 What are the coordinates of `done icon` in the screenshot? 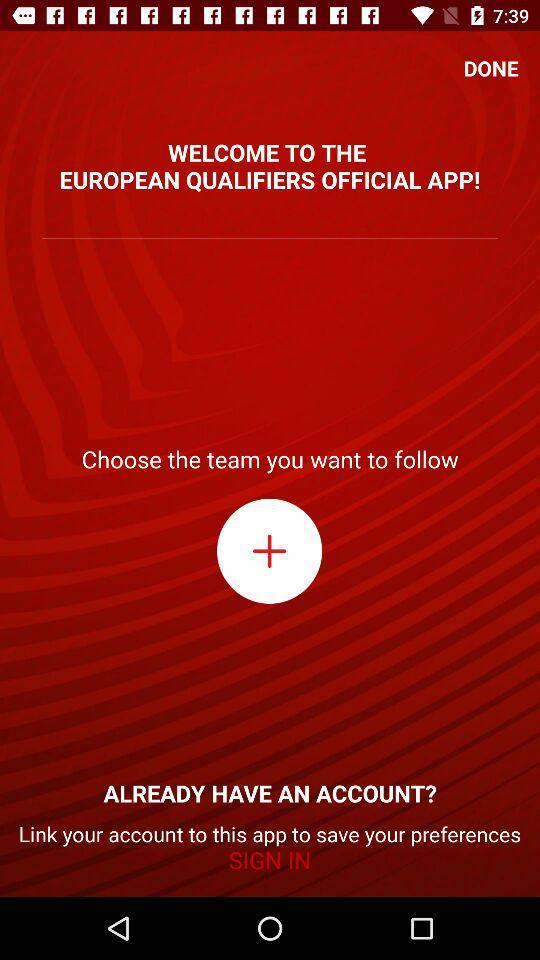 It's located at (490, 68).